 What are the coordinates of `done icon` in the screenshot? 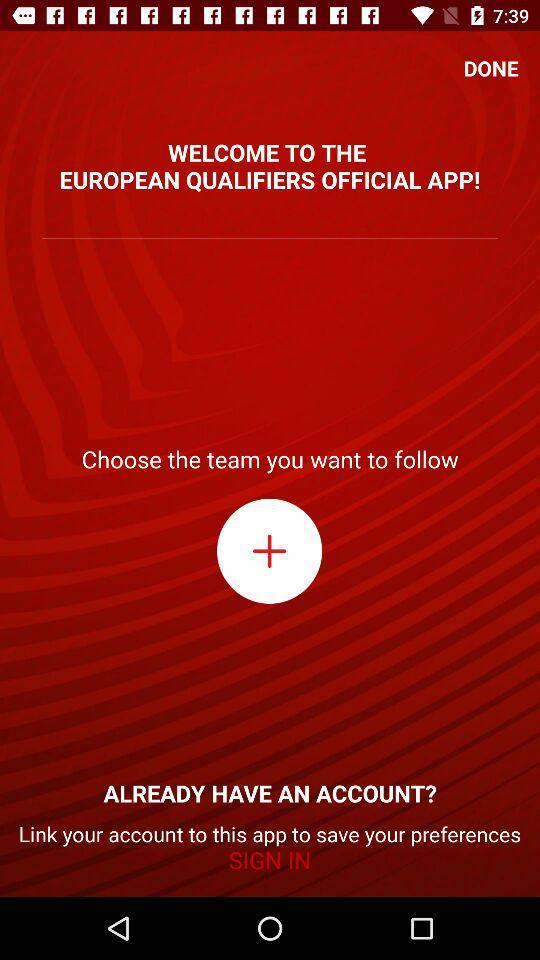 It's located at (490, 68).